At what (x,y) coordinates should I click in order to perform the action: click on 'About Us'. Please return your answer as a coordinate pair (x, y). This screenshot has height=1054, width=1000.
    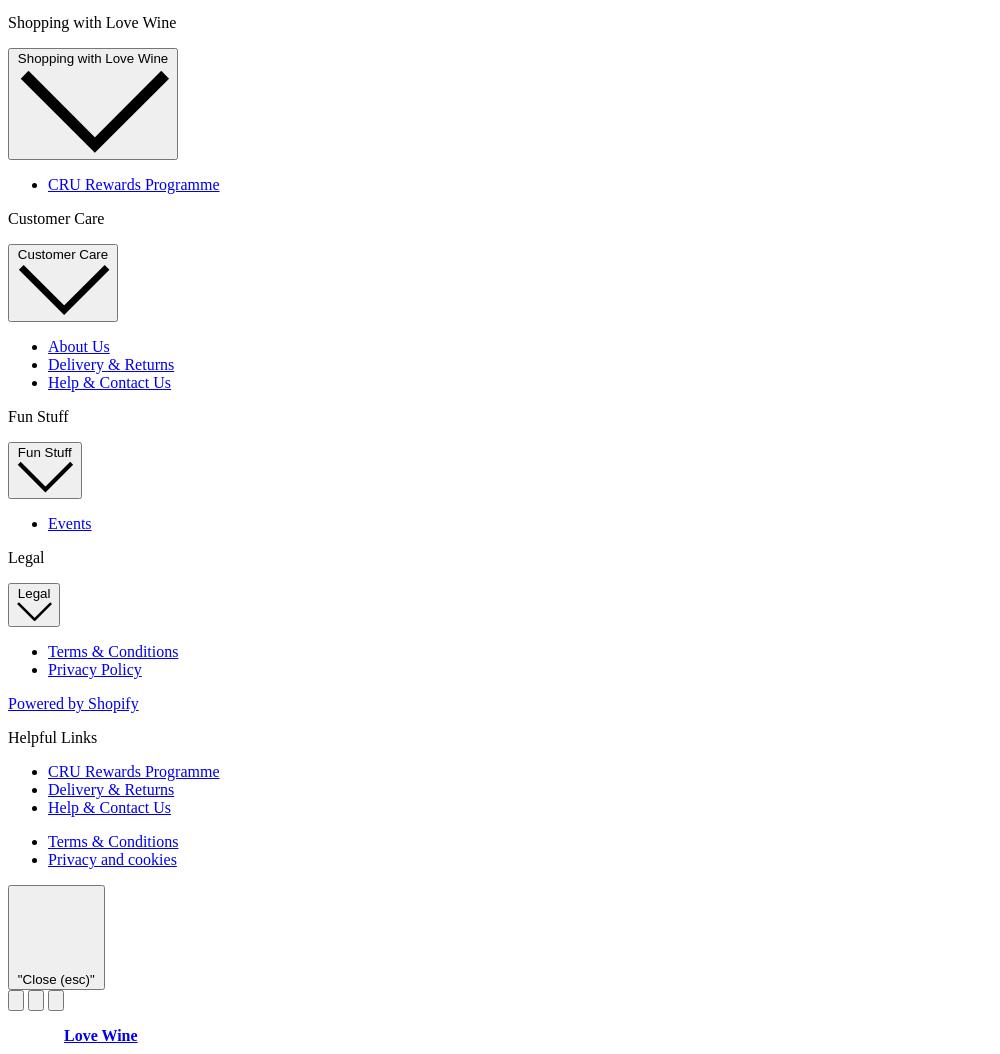
    Looking at the image, I should click on (77, 345).